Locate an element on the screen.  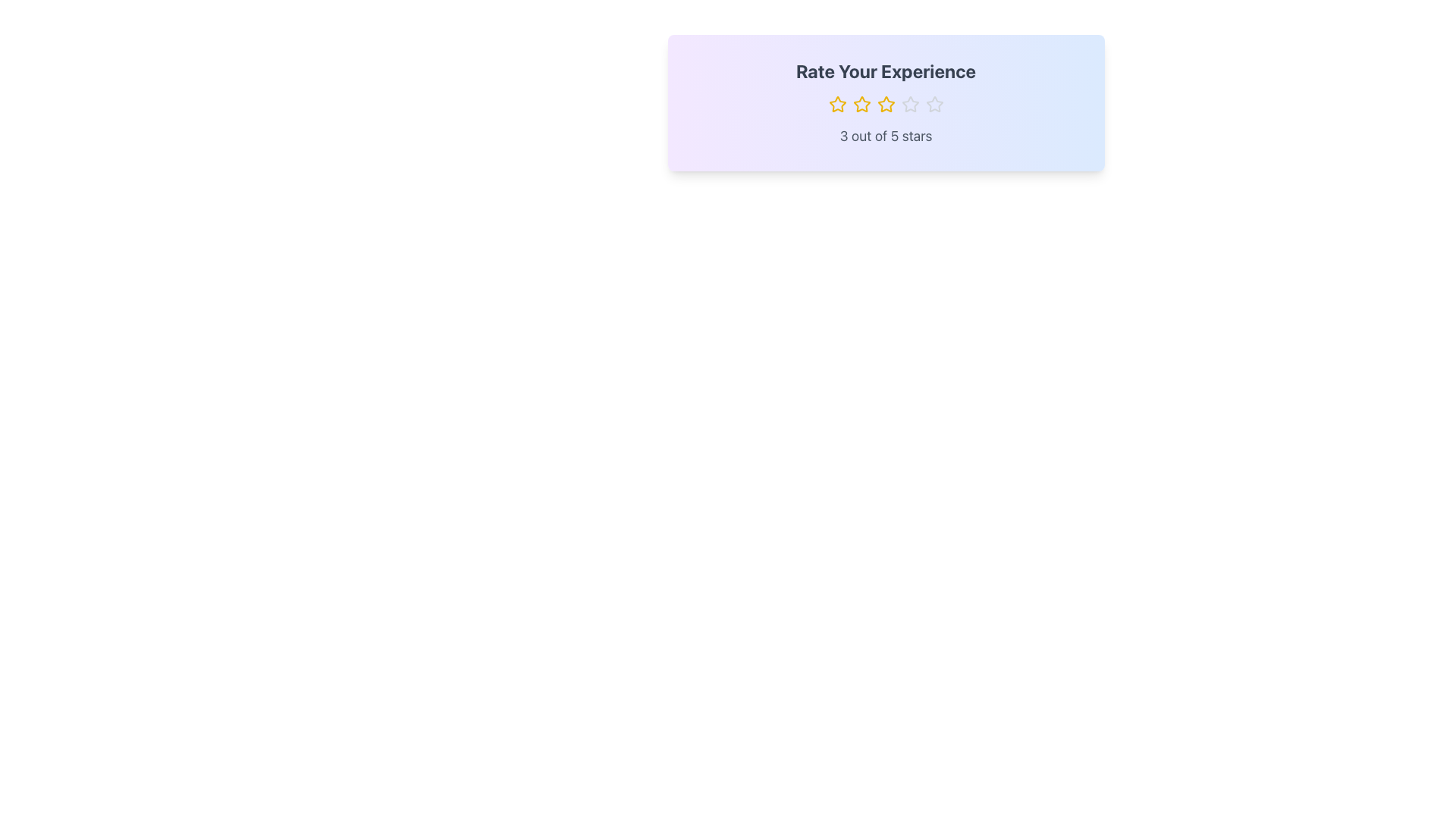
the third star icon in the 5-star rating component is located at coordinates (886, 103).